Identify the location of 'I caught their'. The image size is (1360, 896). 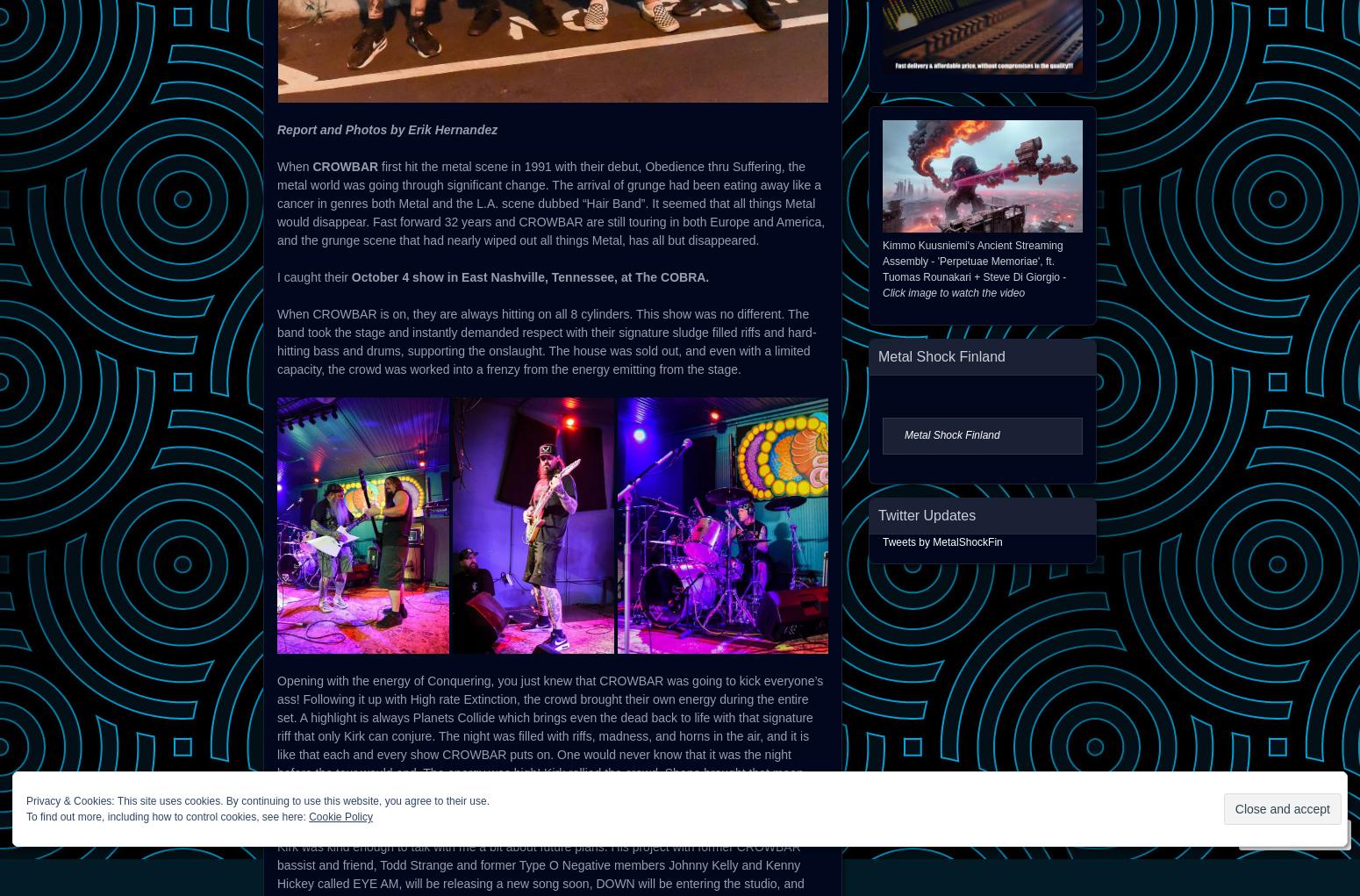
(313, 276).